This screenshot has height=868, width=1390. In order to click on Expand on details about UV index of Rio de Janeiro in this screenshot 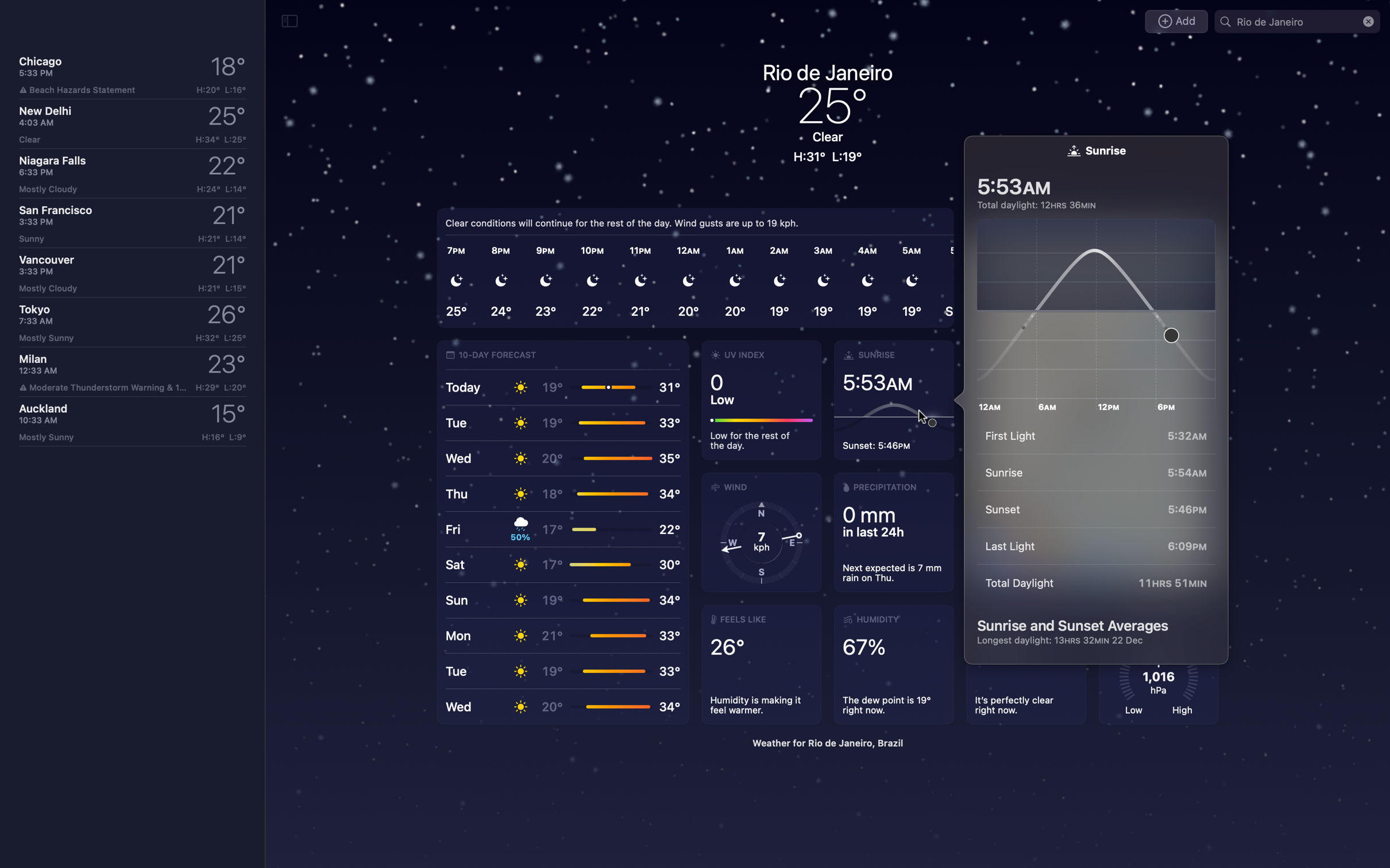, I will do `click(761, 401)`.